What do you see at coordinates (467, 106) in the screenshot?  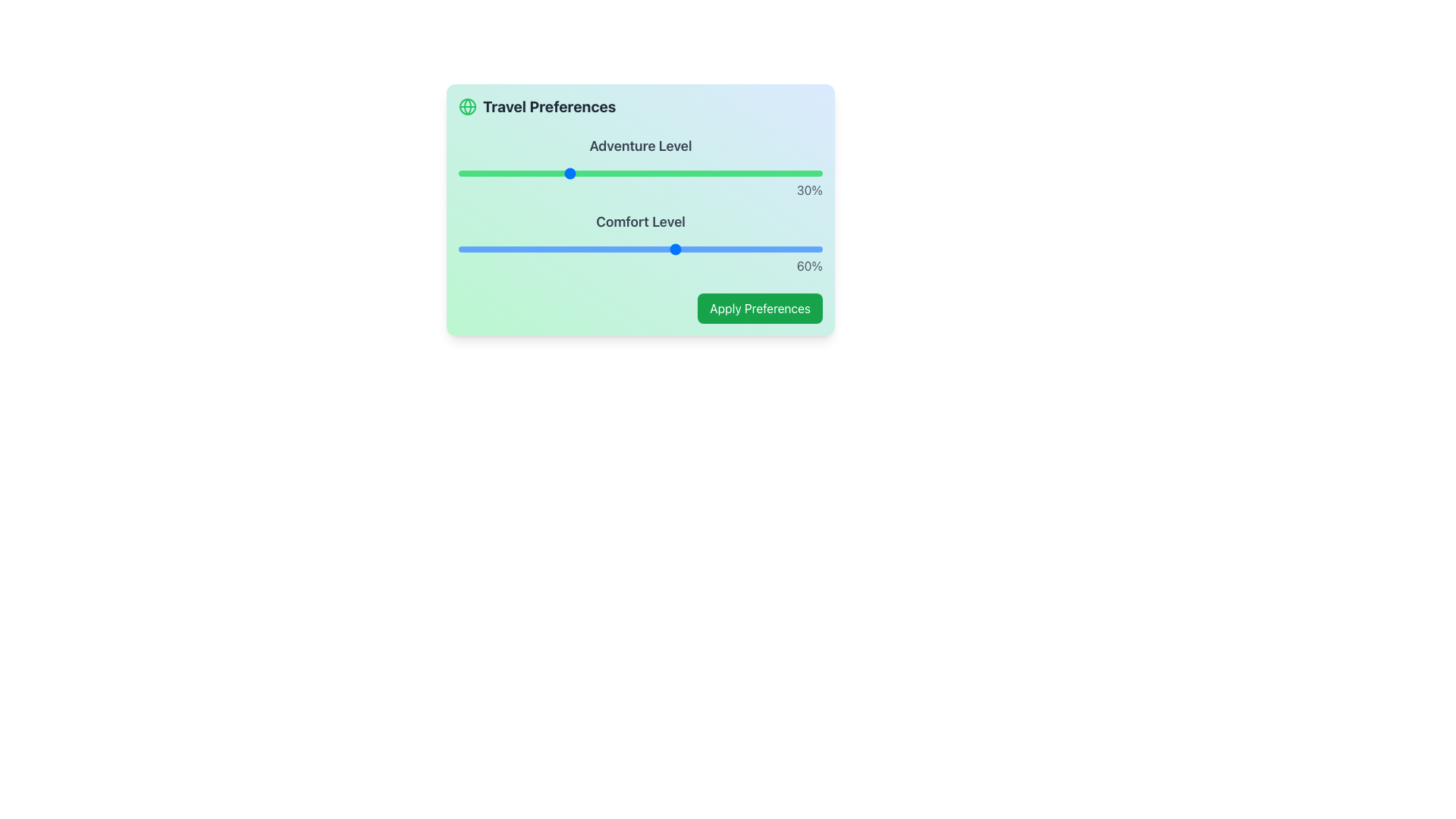 I see `the decorative icon representing 'Travel Preferences' located at the top-left corner of its card, adjacent to the title text` at bounding box center [467, 106].